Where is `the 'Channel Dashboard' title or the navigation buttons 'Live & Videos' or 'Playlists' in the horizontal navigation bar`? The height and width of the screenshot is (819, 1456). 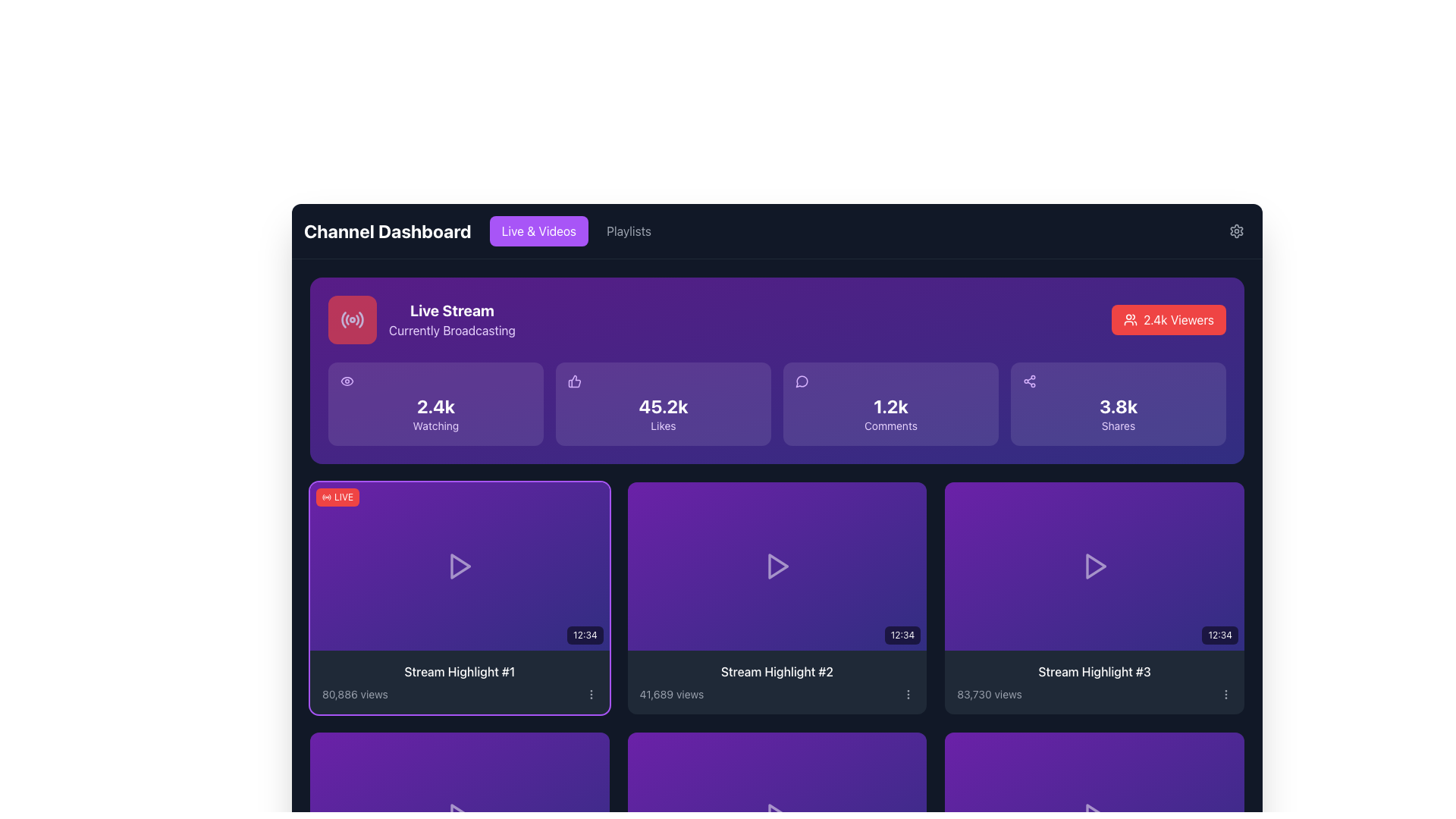
the 'Channel Dashboard' title or the navigation buttons 'Live & Videos' or 'Playlists' in the horizontal navigation bar is located at coordinates (777, 231).